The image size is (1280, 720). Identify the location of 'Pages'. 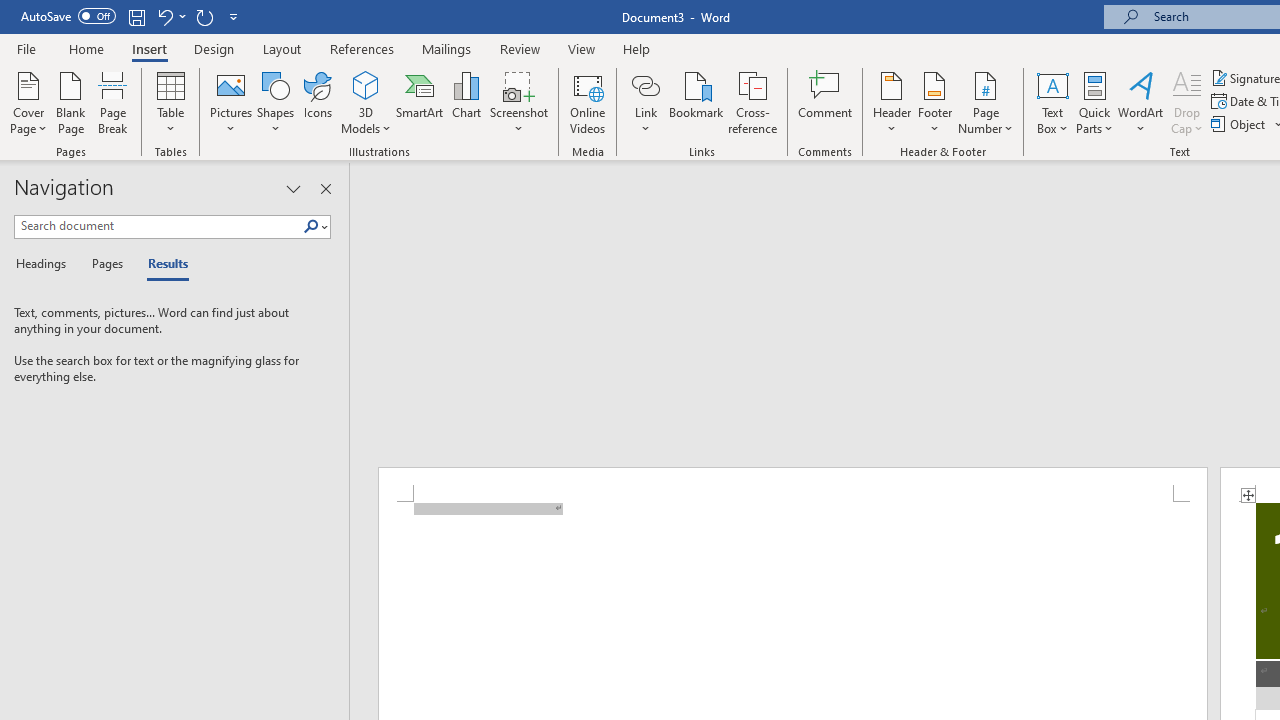
(104, 264).